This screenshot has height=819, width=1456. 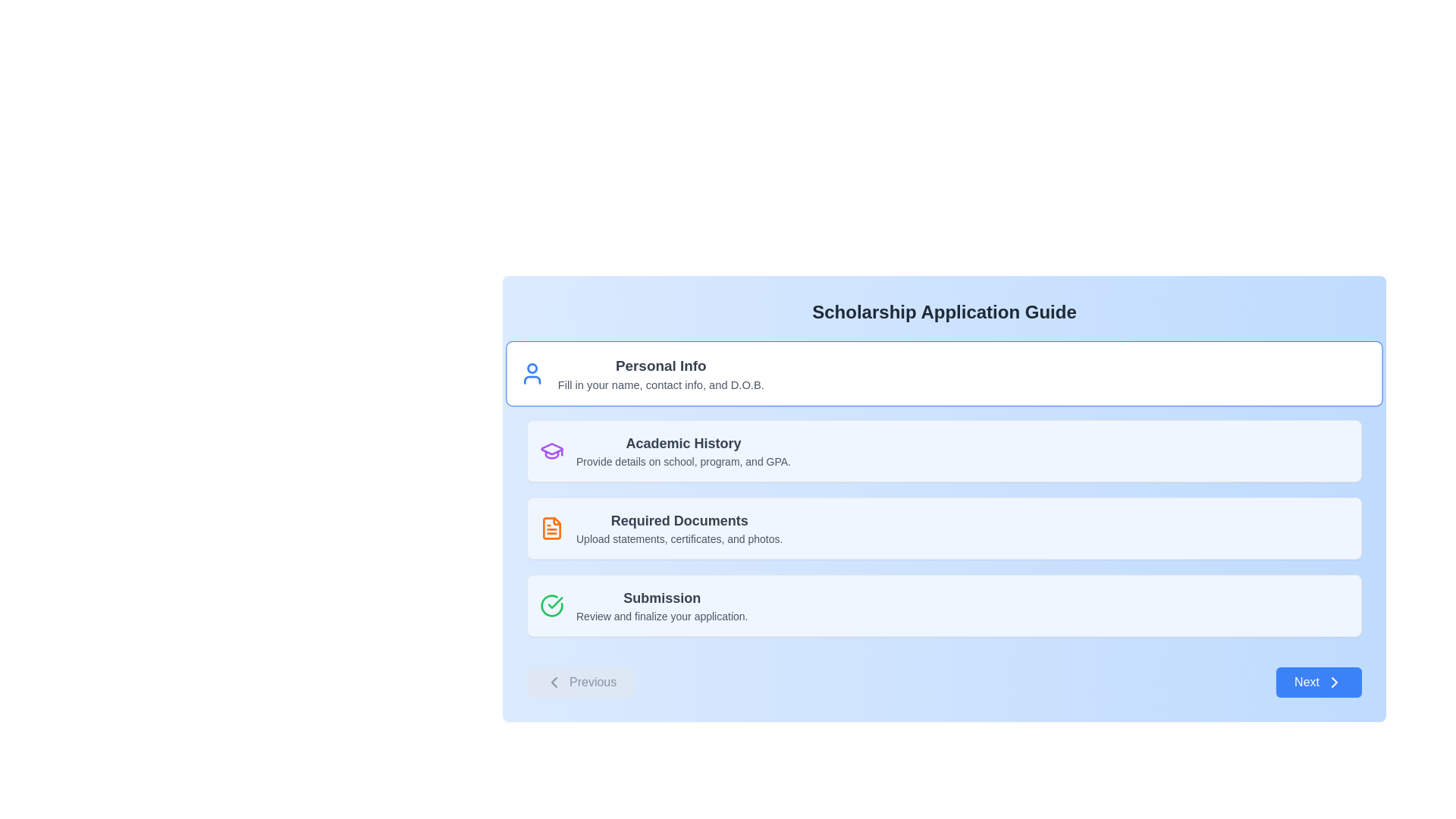 I want to click on left-pointing chevron icon in grayscale, part of the 'Previous' navigation button, for accessibility features, so click(x=553, y=681).